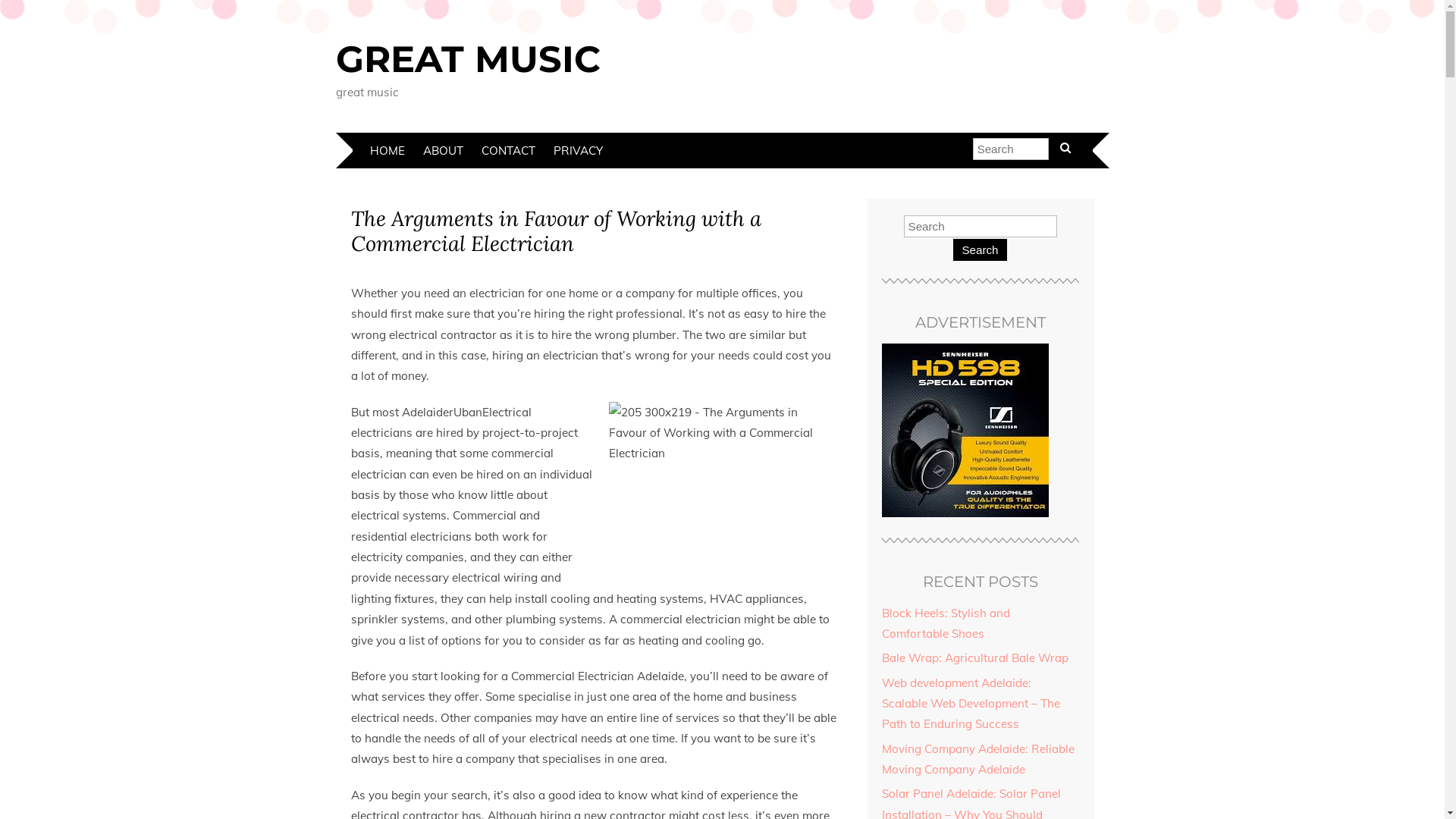 The width and height of the screenshot is (1456, 819). I want to click on 'Block Heels: Stylish and Comfortable Shoes', so click(880, 623).